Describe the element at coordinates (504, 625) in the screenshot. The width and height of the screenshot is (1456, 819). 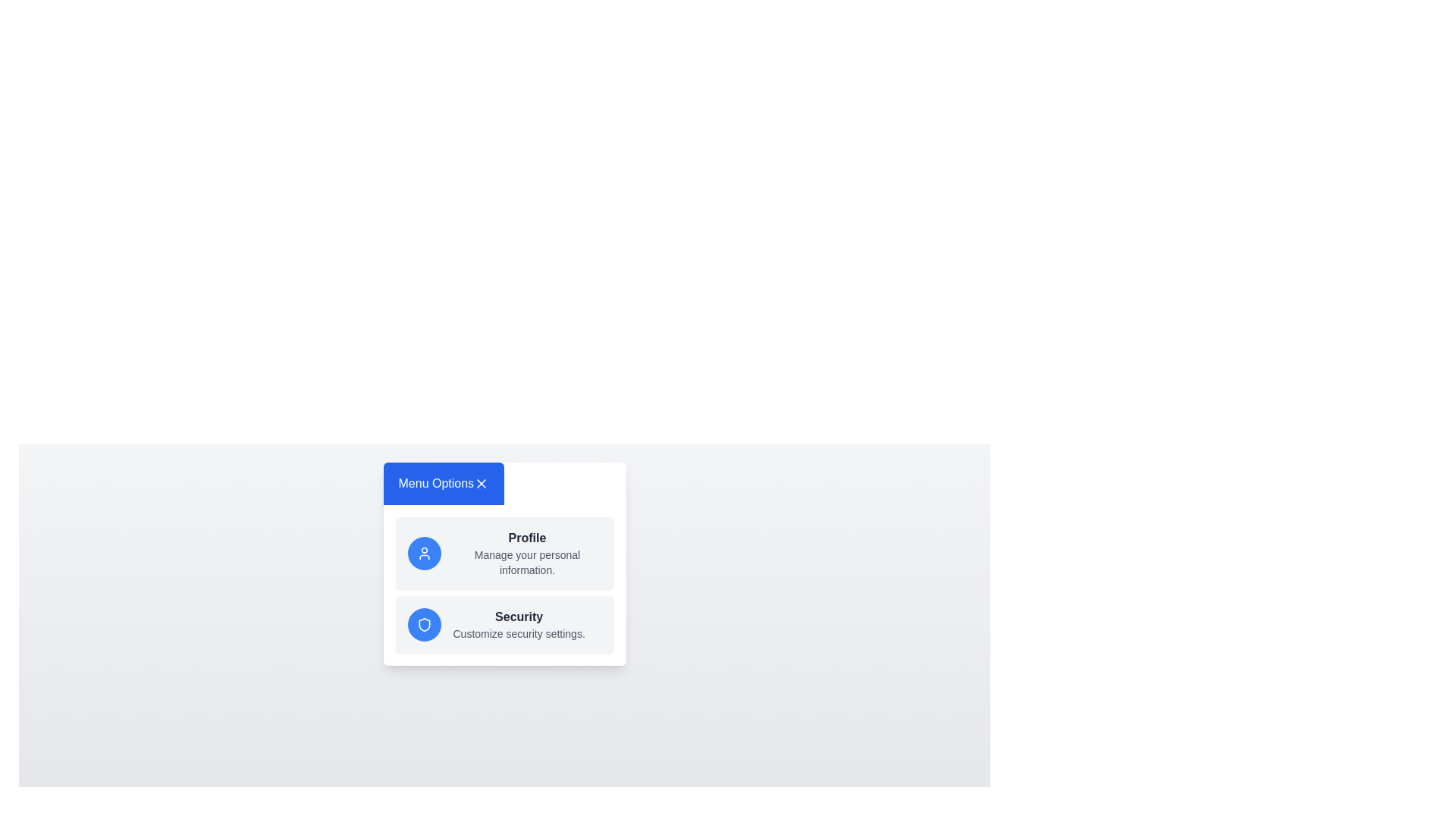
I see `the 'Security' menu item` at that location.